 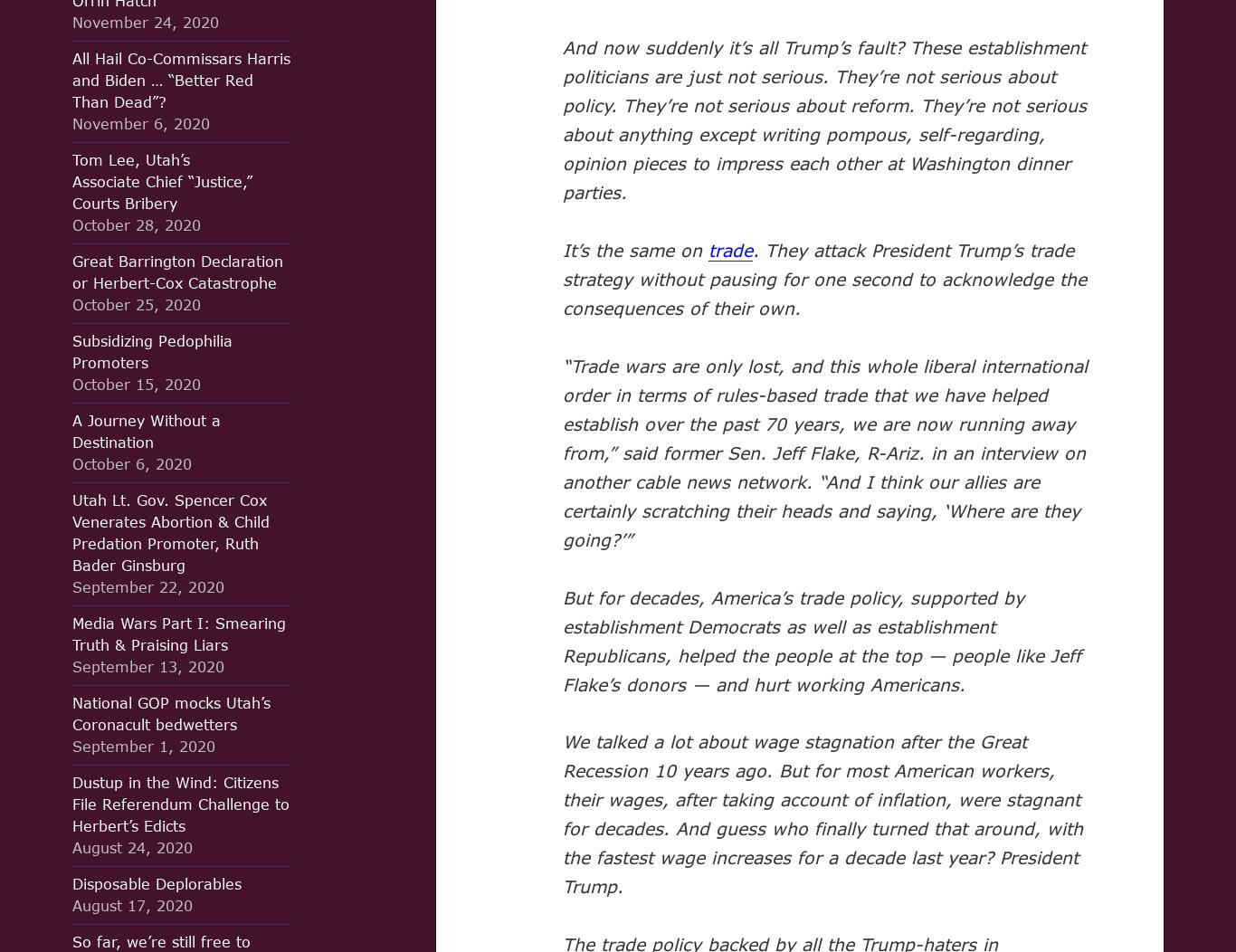 What do you see at coordinates (72, 181) in the screenshot?
I see `'Tom Lee, Utah’s Associate Chief “Justice,” Courts Bribery'` at bounding box center [72, 181].